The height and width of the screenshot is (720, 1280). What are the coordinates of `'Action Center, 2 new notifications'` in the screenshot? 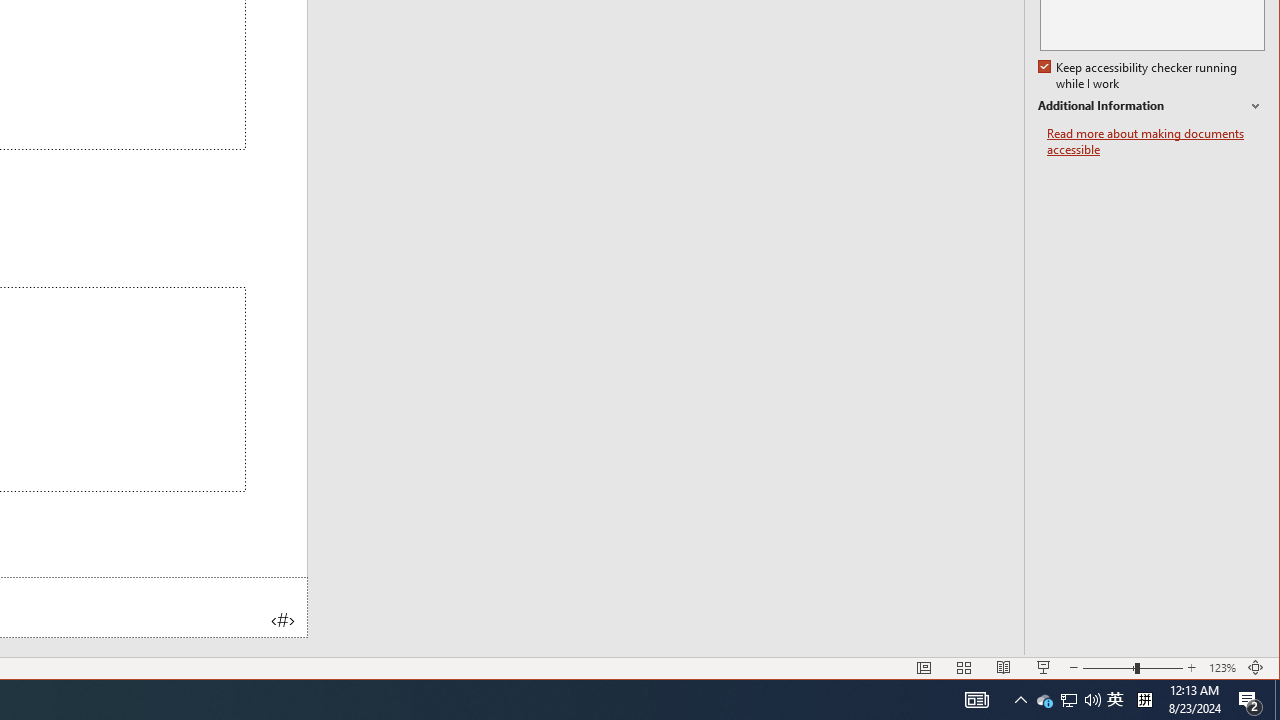 It's located at (1276, 698).